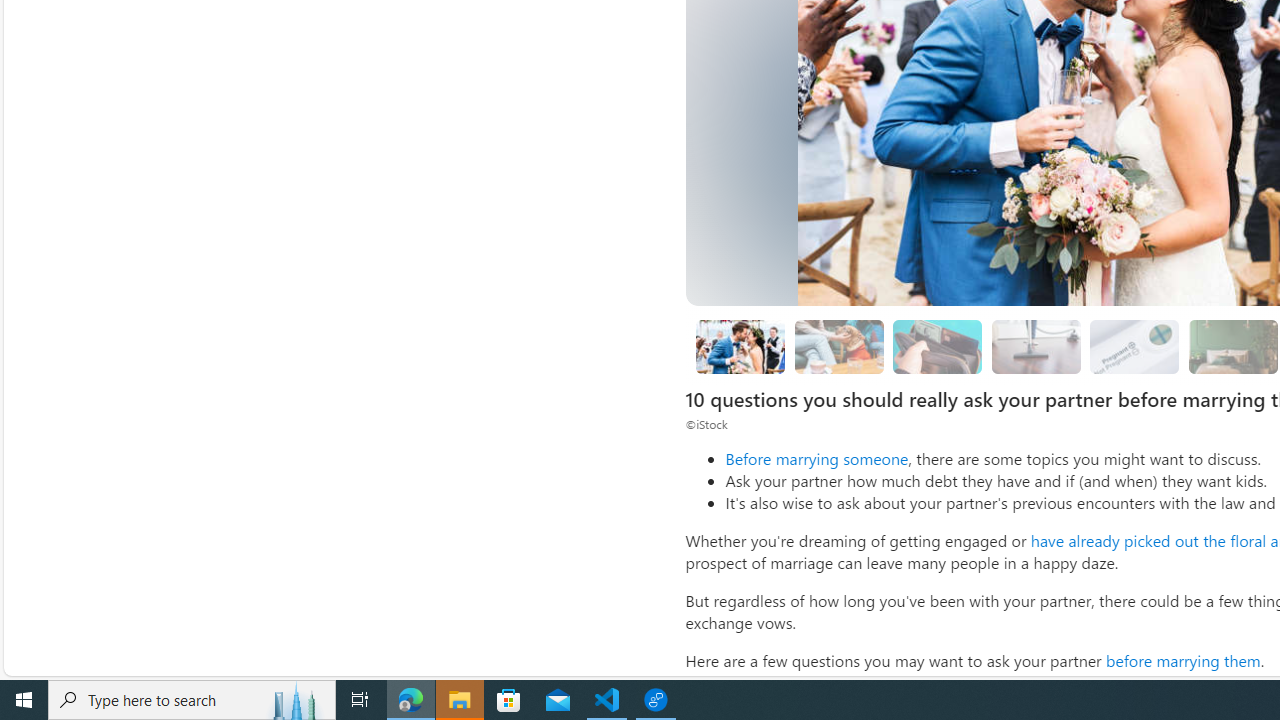 This screenshot has height=720, width=1280. I want to click on 'Class: progress', so click(1134, 342).